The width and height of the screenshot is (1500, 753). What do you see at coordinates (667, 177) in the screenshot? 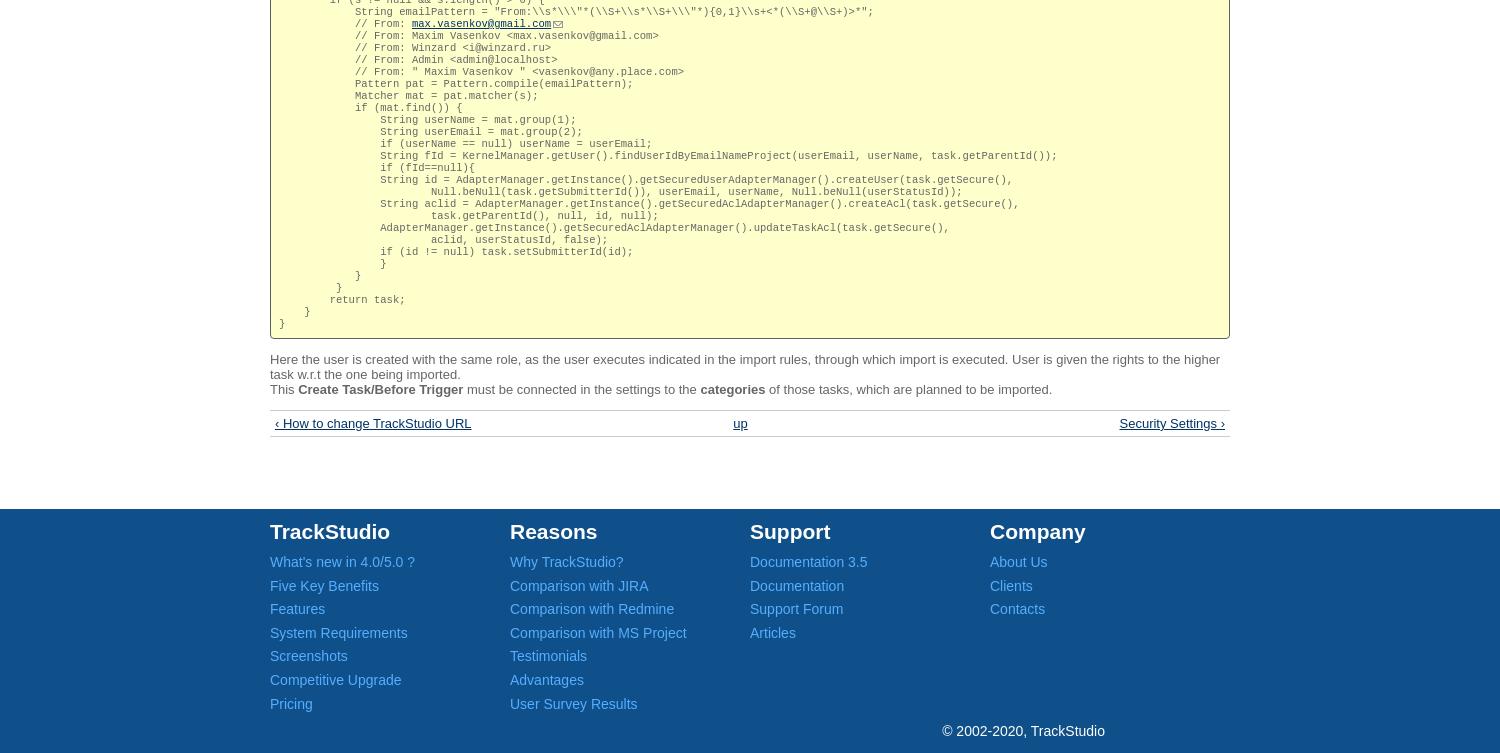
I see `'// From: Maxim Vasenkov <max.vasenkov@gmail.com>
            // From: Winzard <i@winzard.ru>
            // From: Admin <admin@localhost>
            // From: " Maxim Vasenkov " <vasenkov@any.place.com>
            Pattern pat = Pattern.compile(emailPattern);
            Matcher mat = pat.matcher(s);
            if (mat.find()) {
                String userName = mat.group(1);
                String userEmail = mat.group(2);
                if (userName == null) userName = userEmail;
                String fId = KernelManager.getUser().findUserIdByEmailNameProject(userEmail, userName, task.getParentId());
                if (fId==null){
                String id = AdapterManager.getInstance().getSecuredUserAdapterManager().createUser(task.getSecure(),
                        Null.beNull(task.getSubmitterId()), userEmail, userName, Null.beNull(userStatusId));
                String aclid = AdapterManager.getInstance().getSecuredAclAdapterManager().createAcl(task.getSecure(),
                        task.getParentId(), null, id, null);
                AdapterManager.getInstance().getSecuredAclAdapterManager().updateTaskAcl(task.getSecure(),
                        aclid, userStatusId, false);
                if (id != null) task.setSubmitterId(id);
                }
            }
         }
        return task;
    }
}'` at bounding box center [667, 177].